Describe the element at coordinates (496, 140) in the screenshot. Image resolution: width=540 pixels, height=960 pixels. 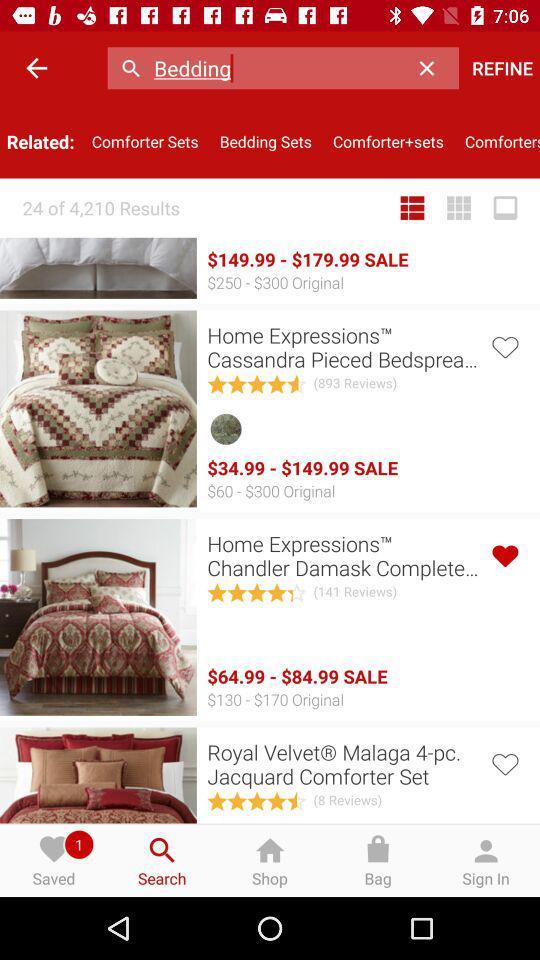
I see `the icon below the refine item` at that location.